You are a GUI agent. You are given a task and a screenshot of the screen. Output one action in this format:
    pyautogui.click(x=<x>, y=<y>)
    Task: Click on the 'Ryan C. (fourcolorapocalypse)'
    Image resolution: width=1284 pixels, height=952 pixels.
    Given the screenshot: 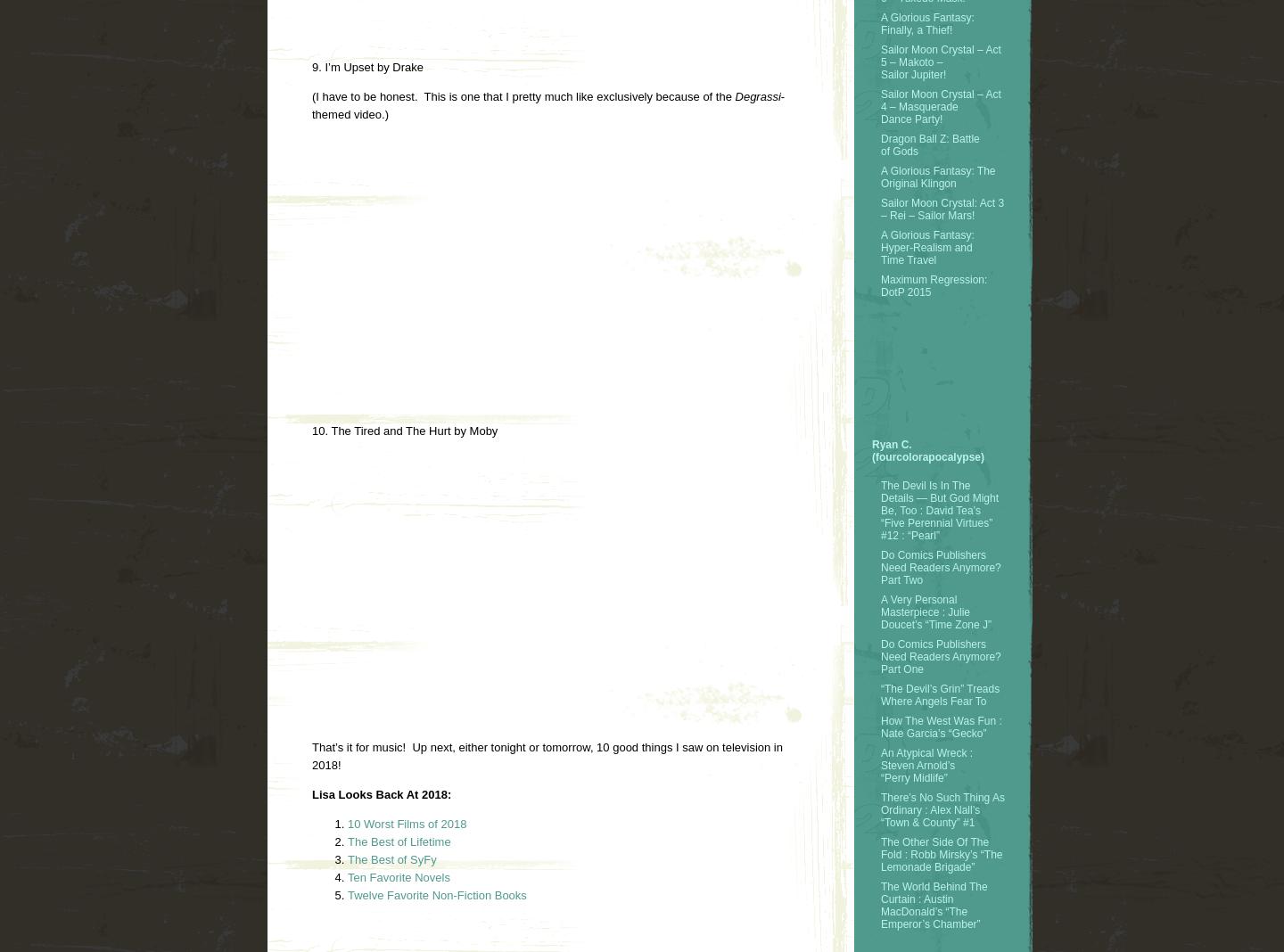 What is the action you would take?
    pyautogui.click(x=871, y=449)
    